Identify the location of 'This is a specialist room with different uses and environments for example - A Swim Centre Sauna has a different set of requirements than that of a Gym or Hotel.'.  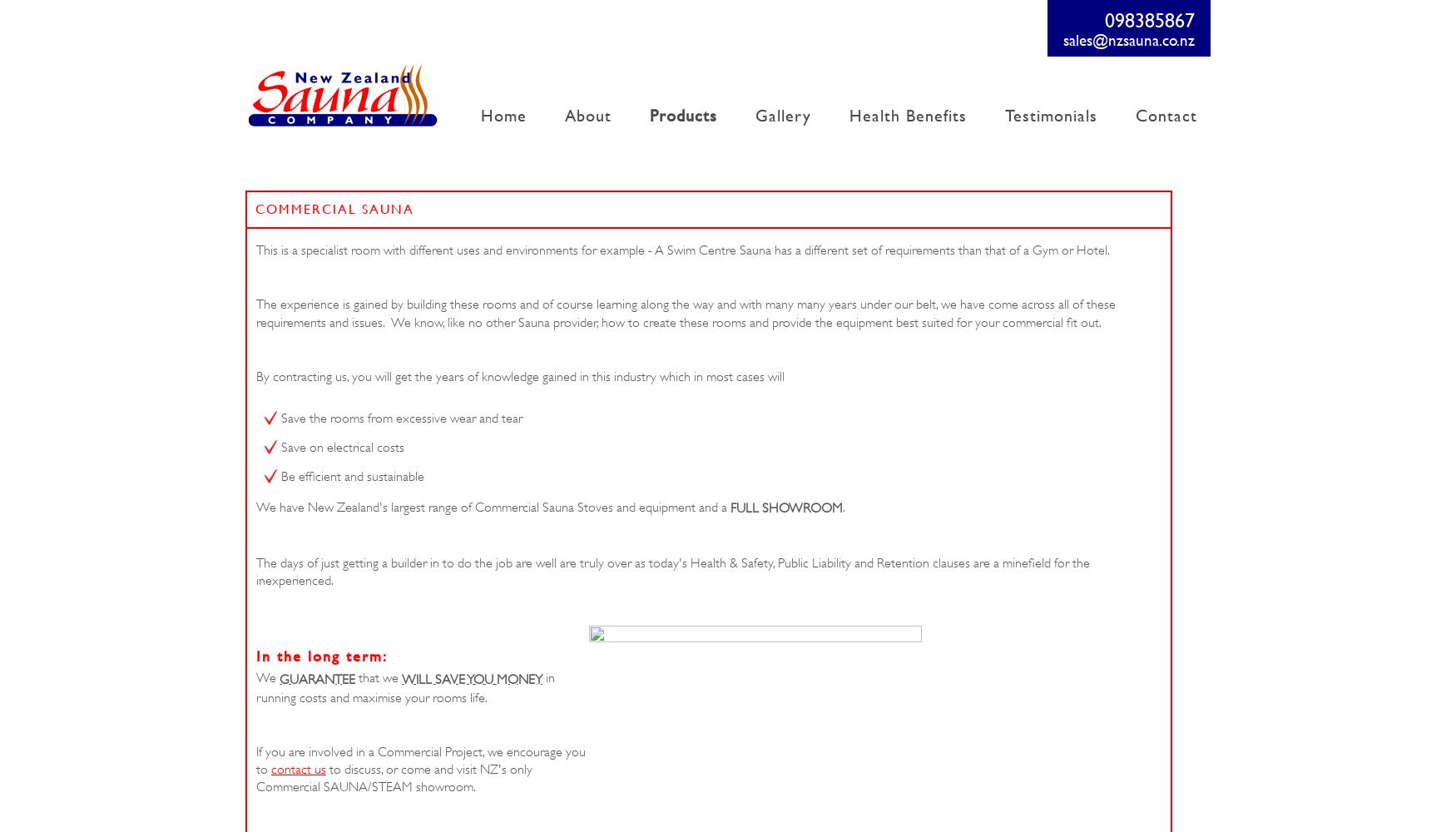
(682, 250).